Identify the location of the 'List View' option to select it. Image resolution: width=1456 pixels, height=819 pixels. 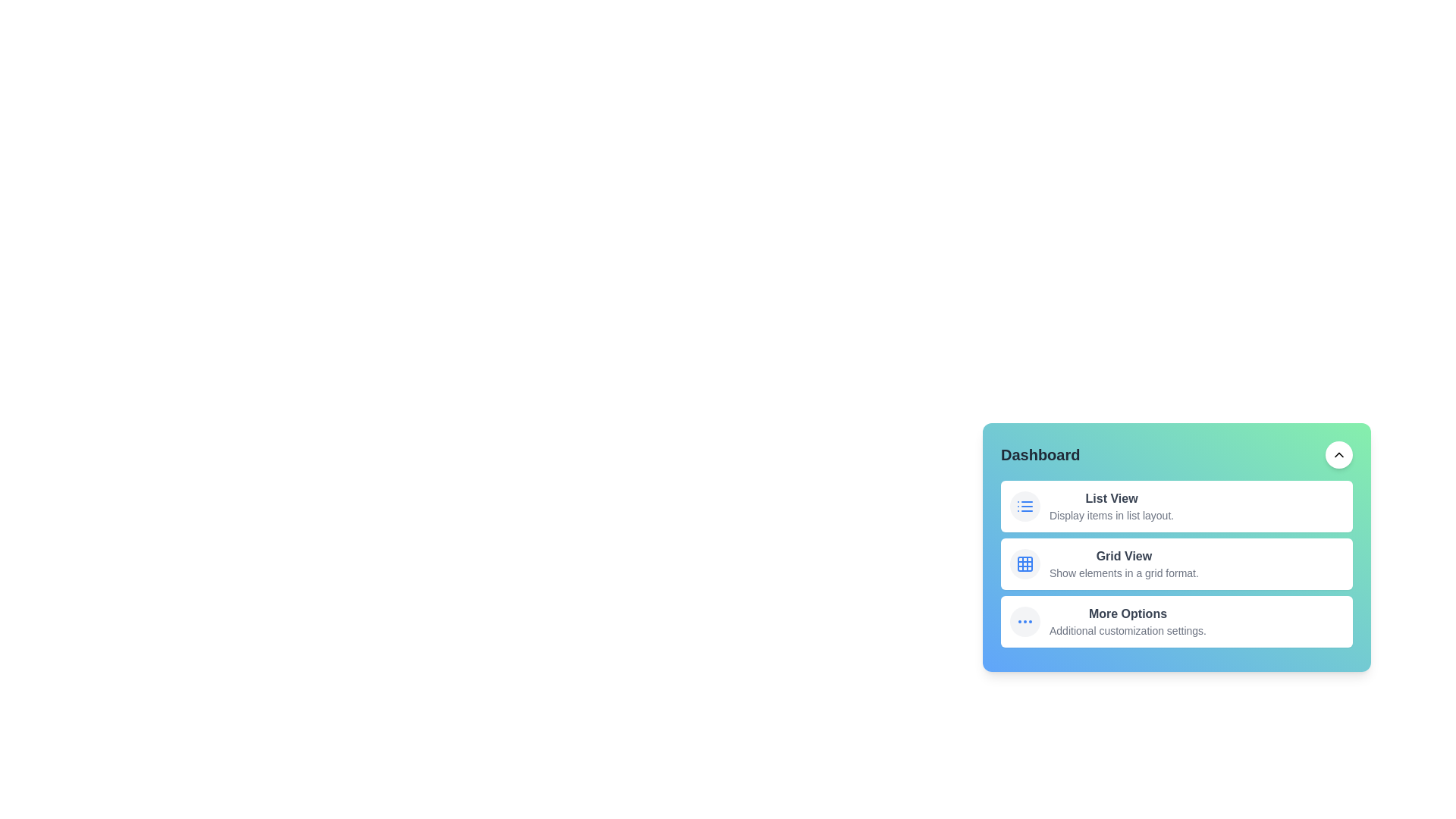
(1111, 499).